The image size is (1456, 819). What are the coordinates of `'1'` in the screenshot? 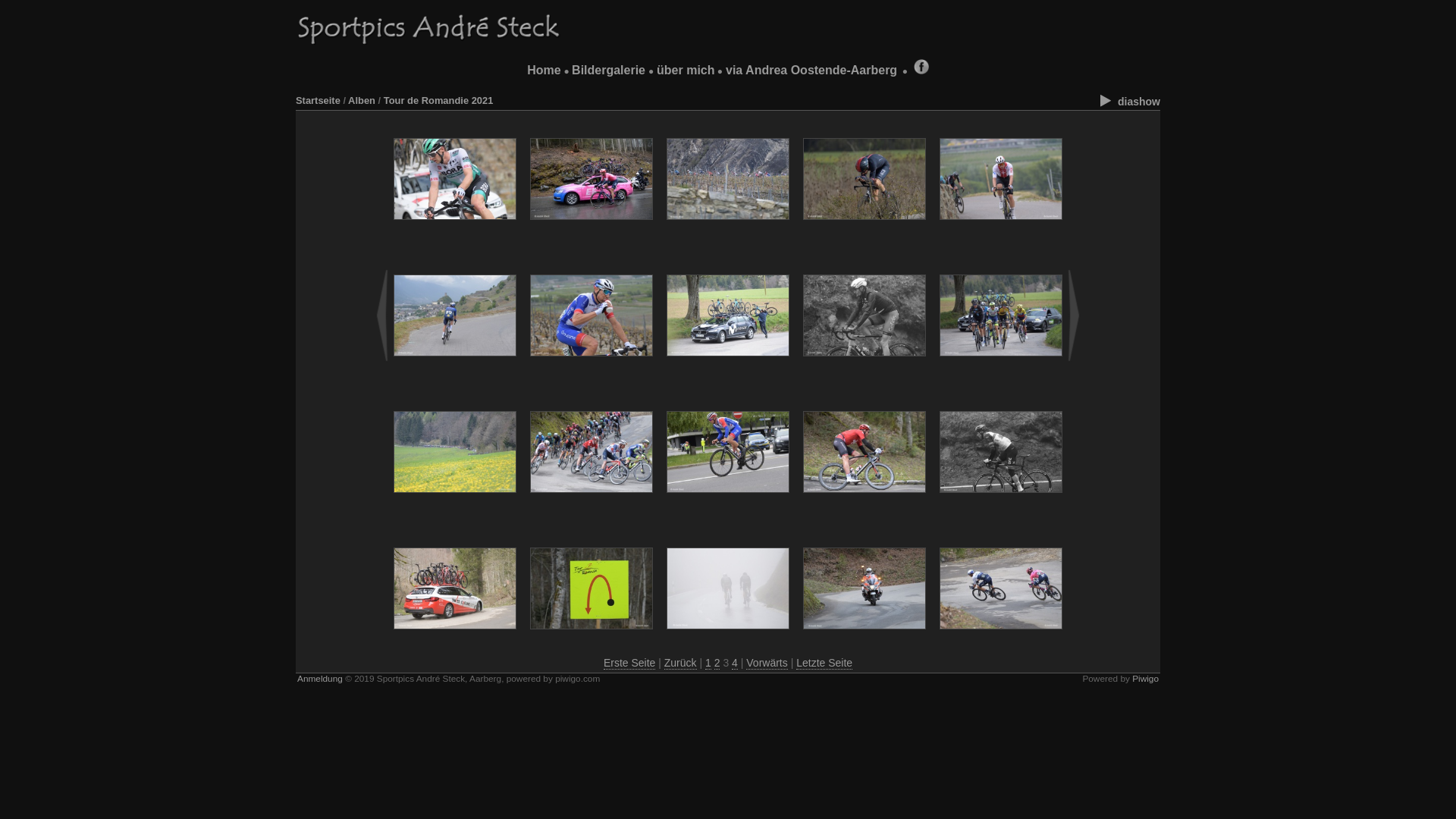 It's located at (708, 662).